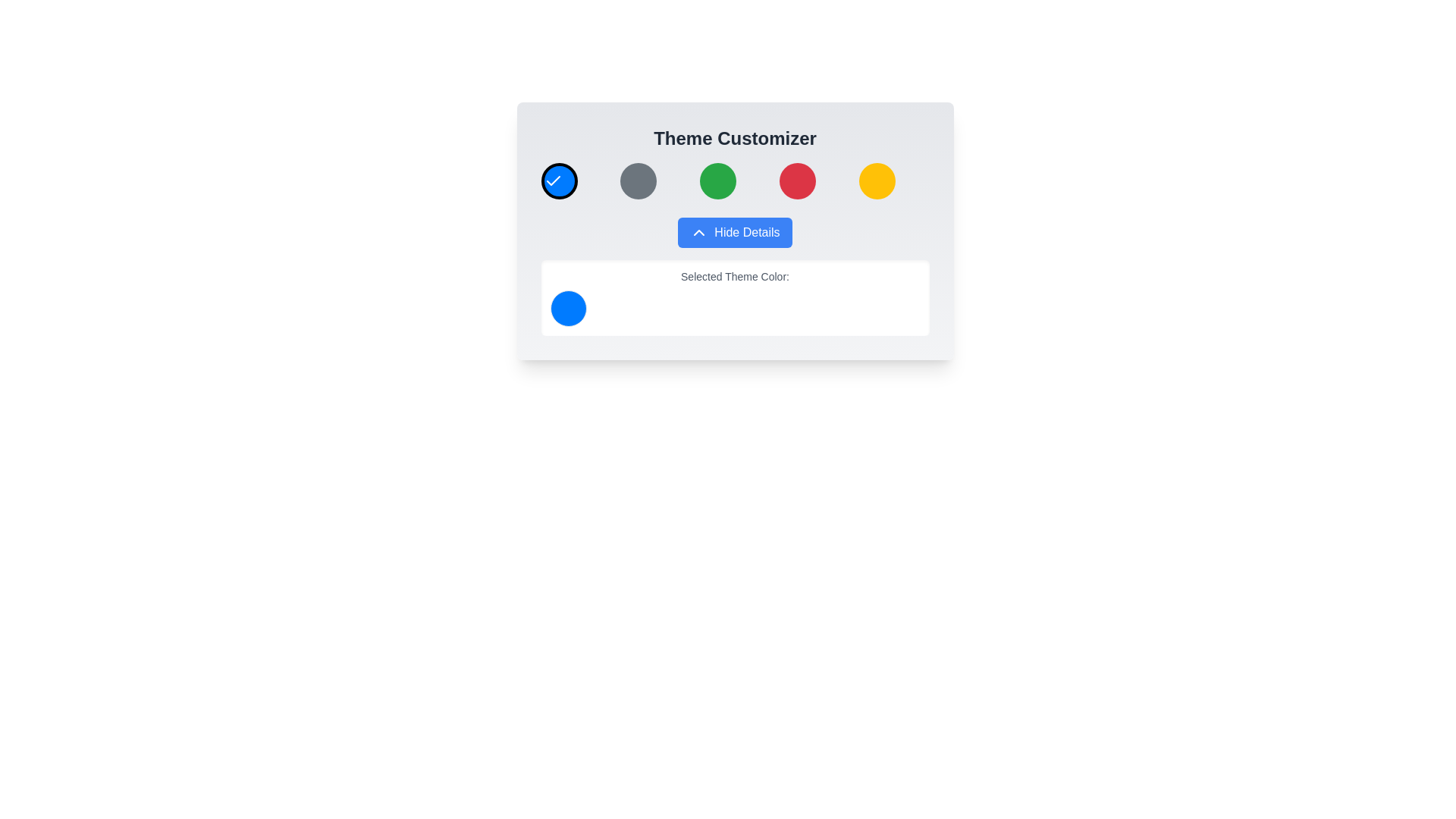 This screenshot has width=1456, height=819. Describe the element at coordinates (558, 180) in the screenshot. I see `the blue theme color button, which is the first button in a row of five located below the 'Theme Customizer' title, to scale it up` at that location.